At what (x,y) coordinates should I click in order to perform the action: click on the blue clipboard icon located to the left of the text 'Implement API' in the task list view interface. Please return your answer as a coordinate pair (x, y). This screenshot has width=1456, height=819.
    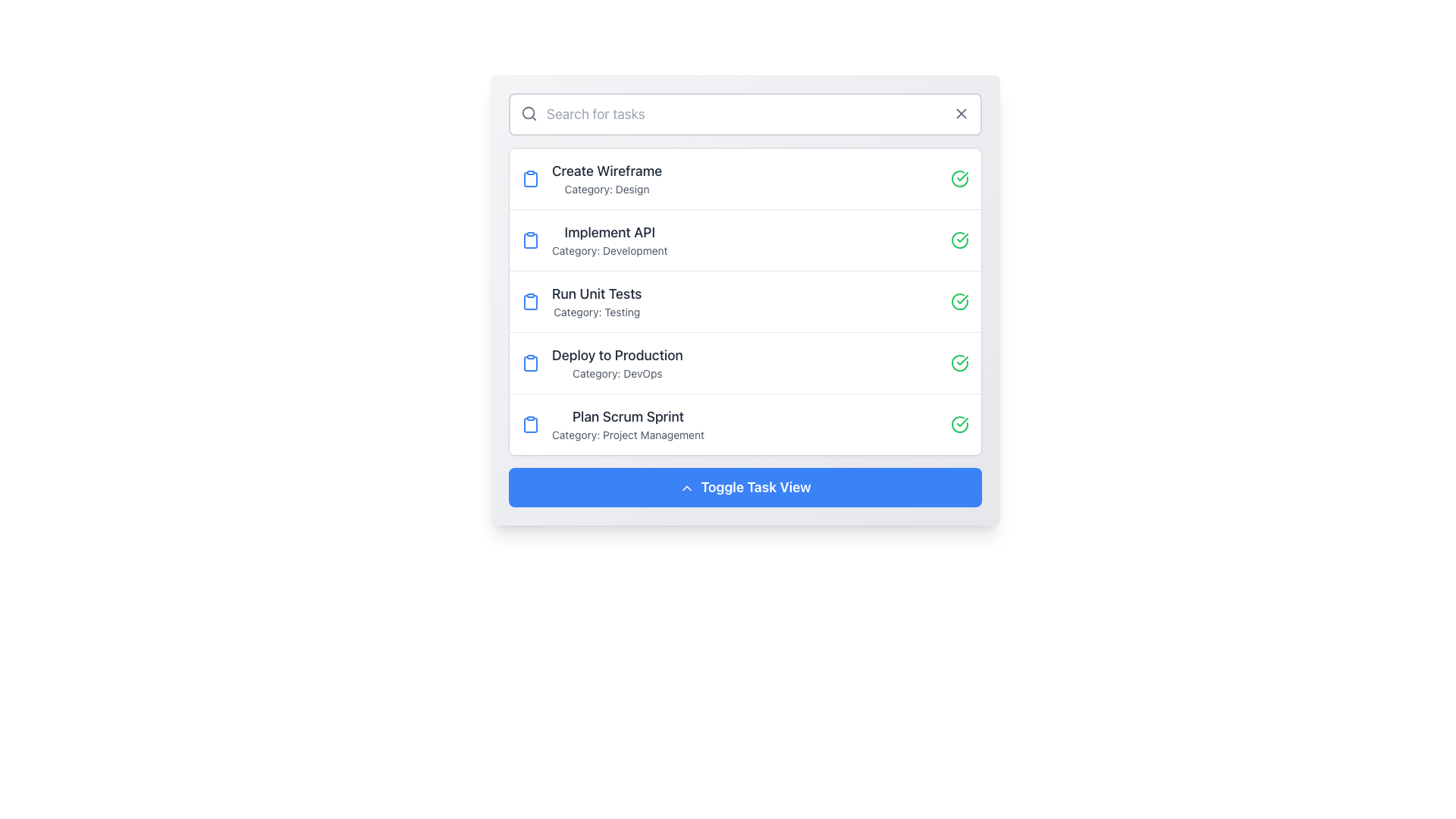
    Looking at the image, I should click on (531, 239).